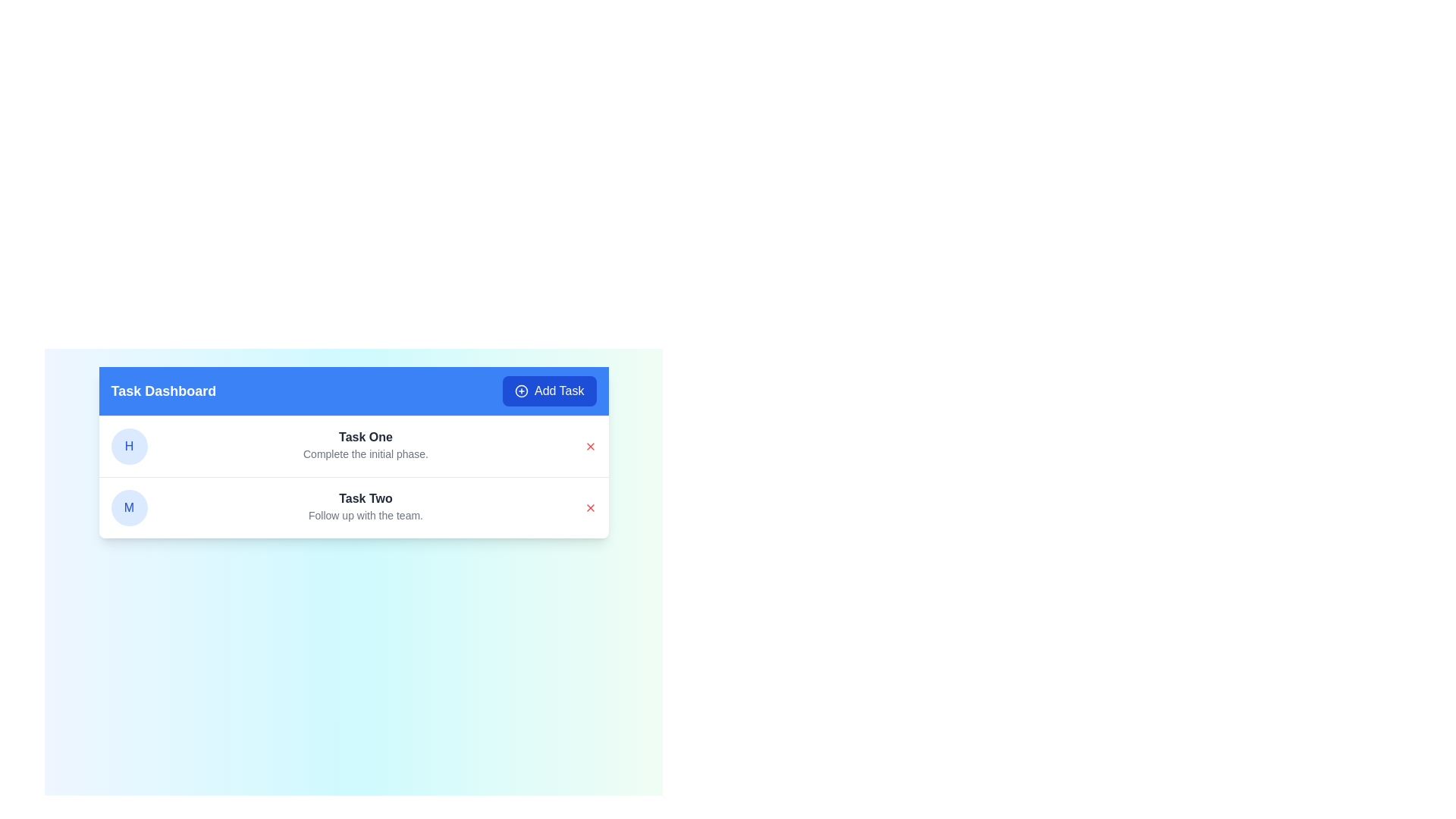 Image resolution: width=1456 pixels, height=819 pixels. Describe the element at coordinates (589, 446) in the screenshot. I see `the close button icon located to the right of the 'Task One' label to observe its hover-state styling` at that location.